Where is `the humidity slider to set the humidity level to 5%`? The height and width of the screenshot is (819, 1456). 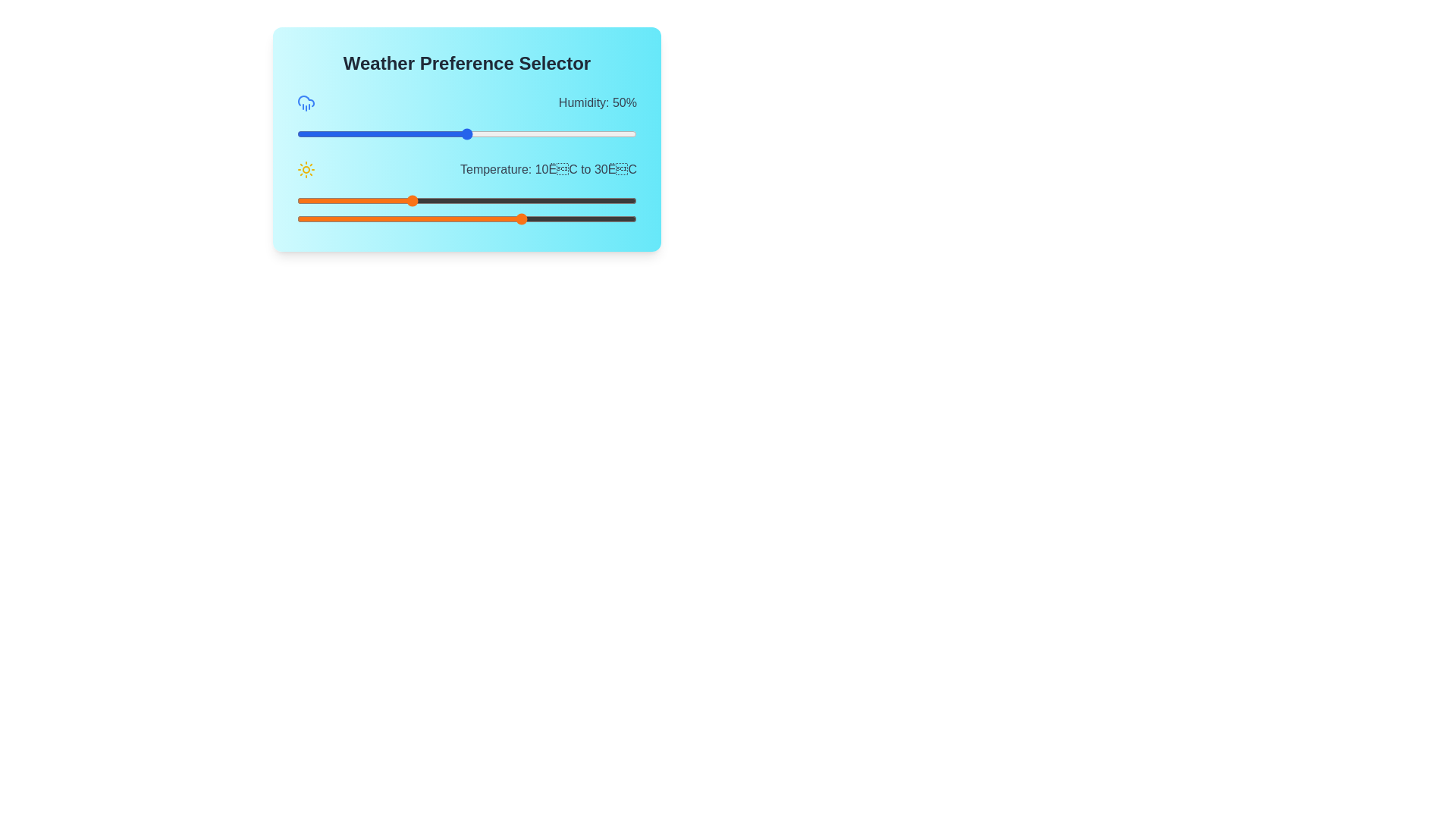
the humidity slider to set the humidity level to 5% is located at coordinates (313, 133).